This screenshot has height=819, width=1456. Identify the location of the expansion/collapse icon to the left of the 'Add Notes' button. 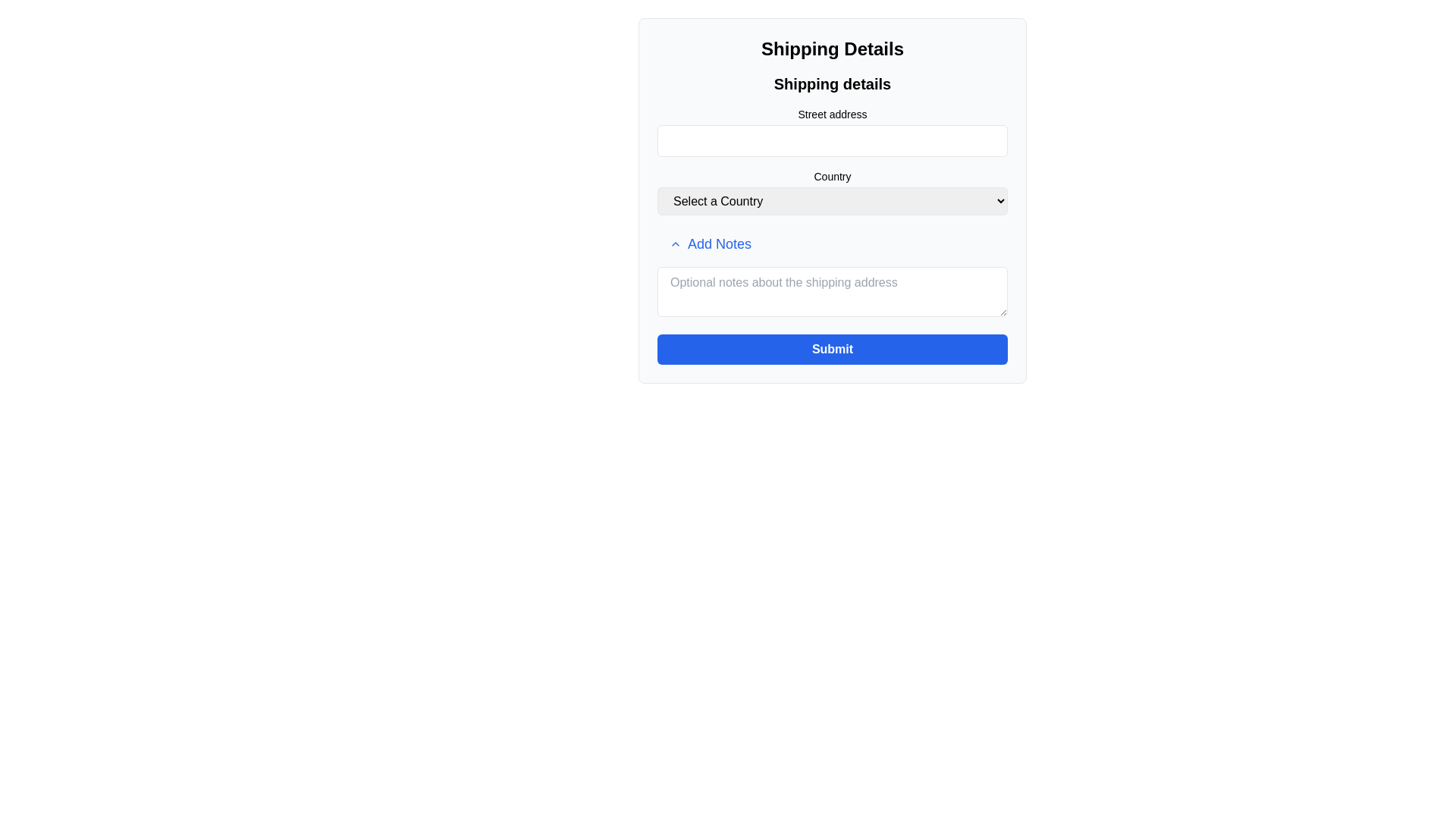
(675, 243).